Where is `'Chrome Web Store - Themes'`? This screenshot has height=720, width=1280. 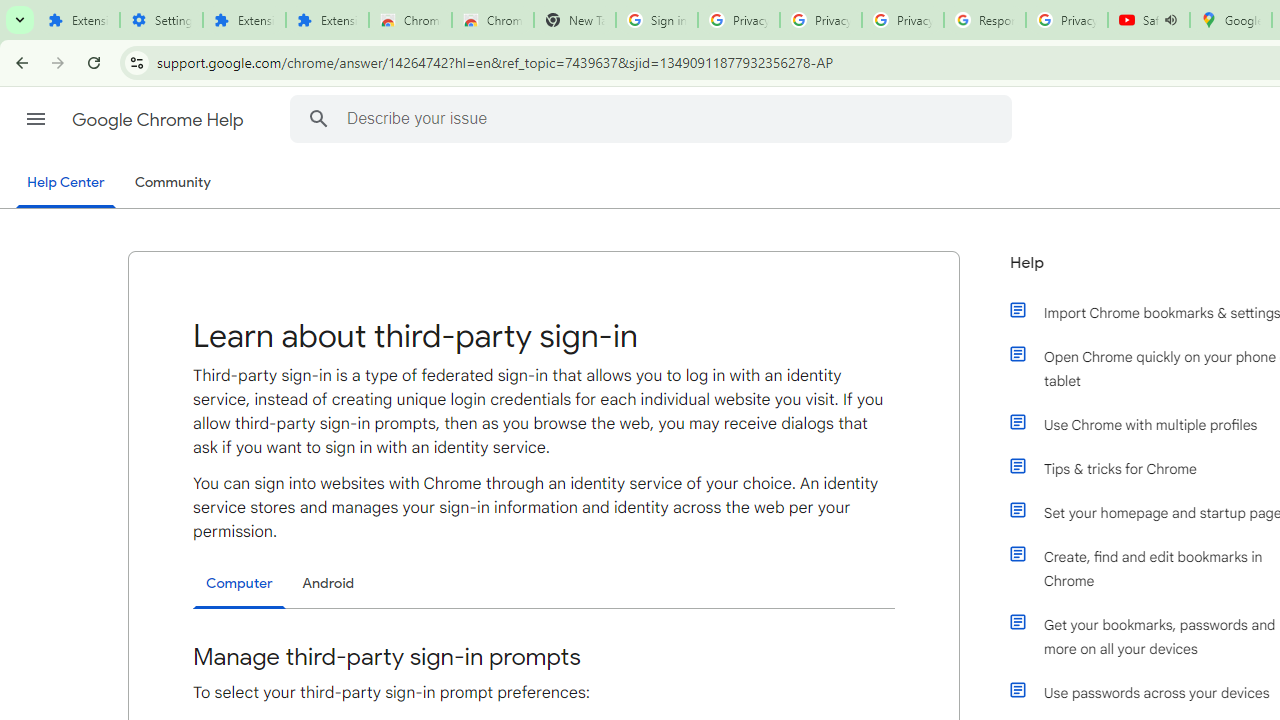 'Chrome Web Store - Themes' is located at coordinates (492, 20).